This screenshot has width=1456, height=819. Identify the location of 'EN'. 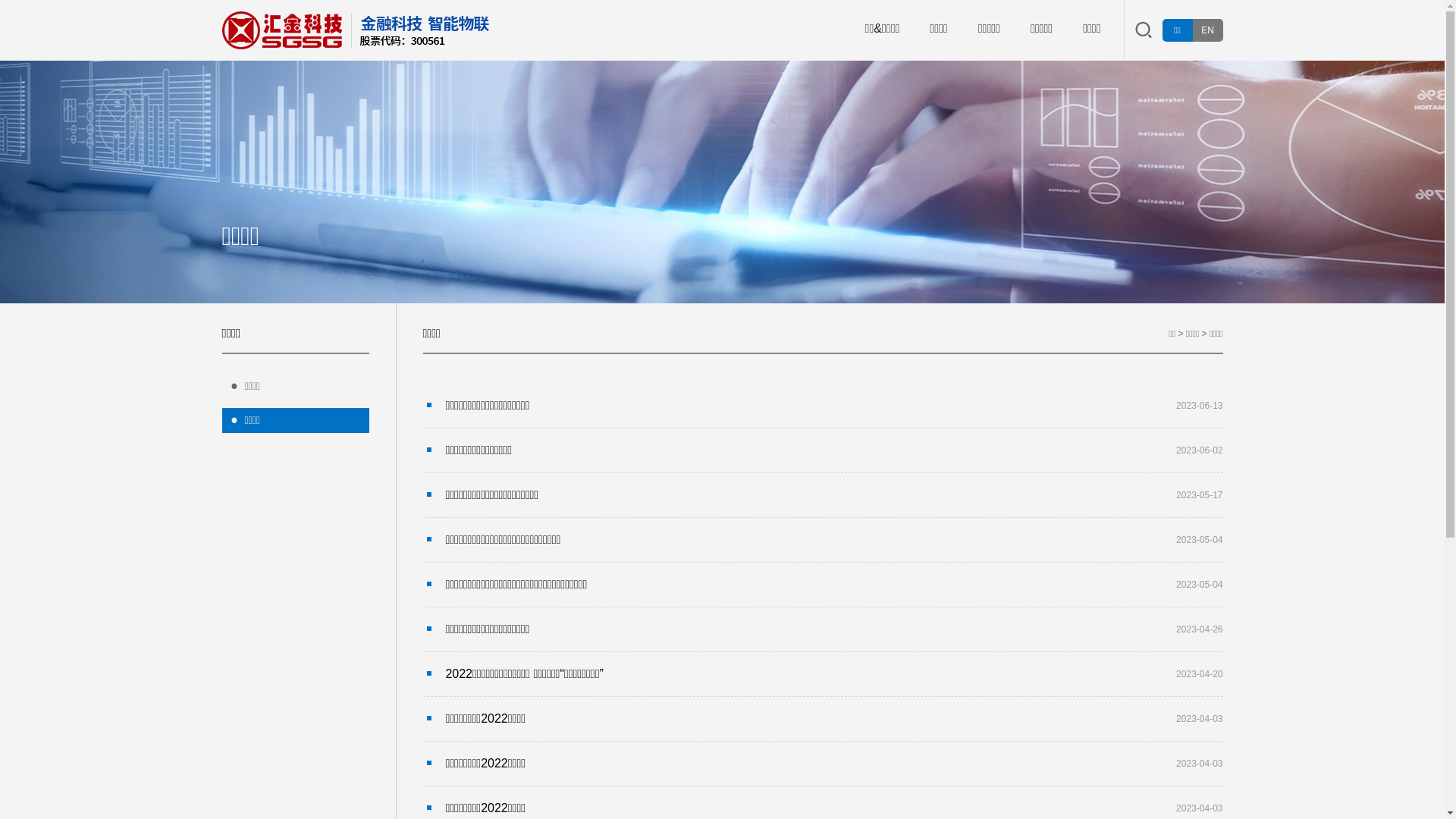
(1207, 30).